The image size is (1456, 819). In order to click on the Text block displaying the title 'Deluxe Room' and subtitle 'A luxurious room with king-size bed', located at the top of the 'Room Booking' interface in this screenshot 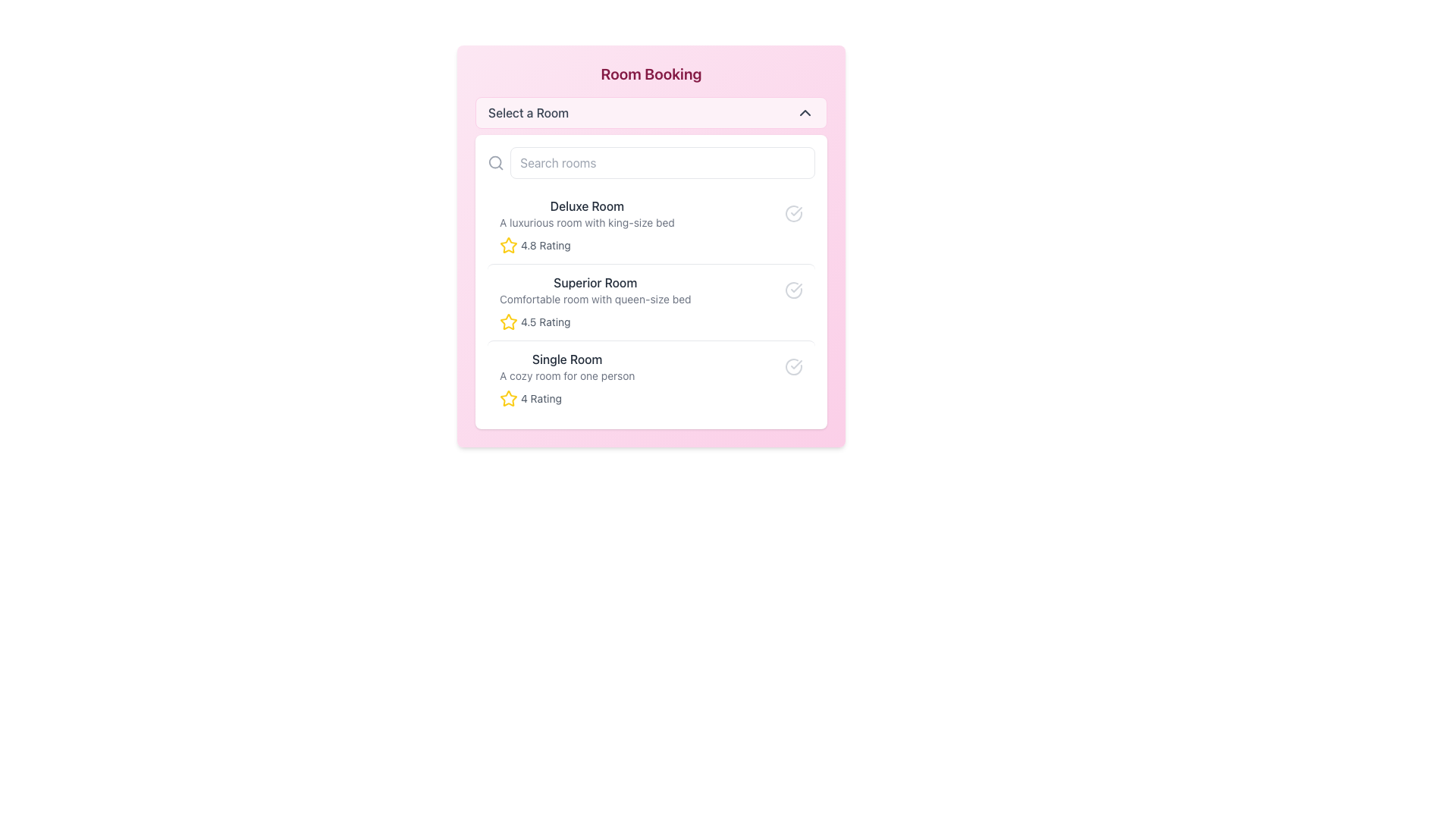, I will do `click(586, 213)`.